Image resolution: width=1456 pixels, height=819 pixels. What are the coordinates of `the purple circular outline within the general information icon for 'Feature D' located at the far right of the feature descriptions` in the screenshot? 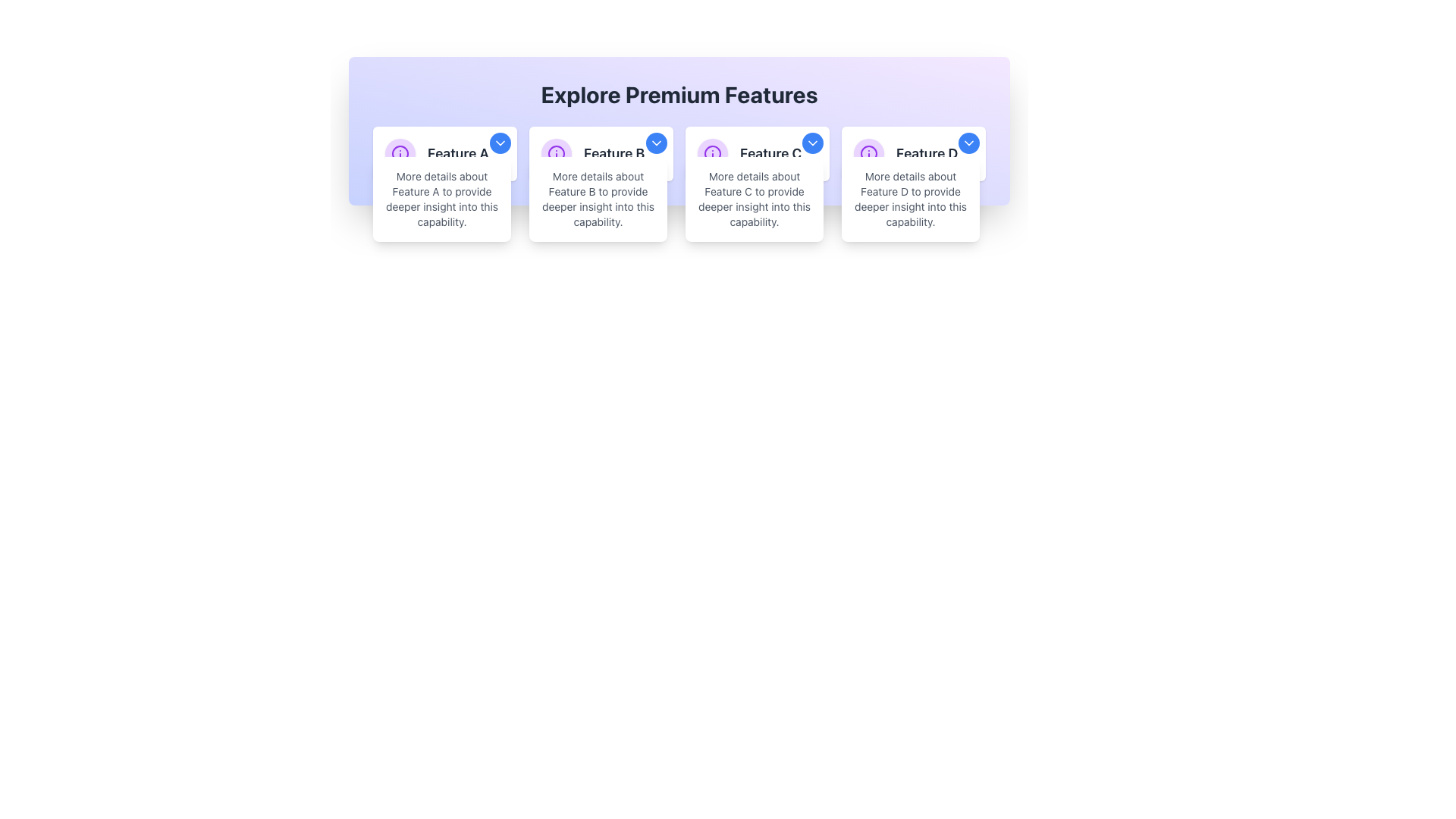 It's located at (869, 154).